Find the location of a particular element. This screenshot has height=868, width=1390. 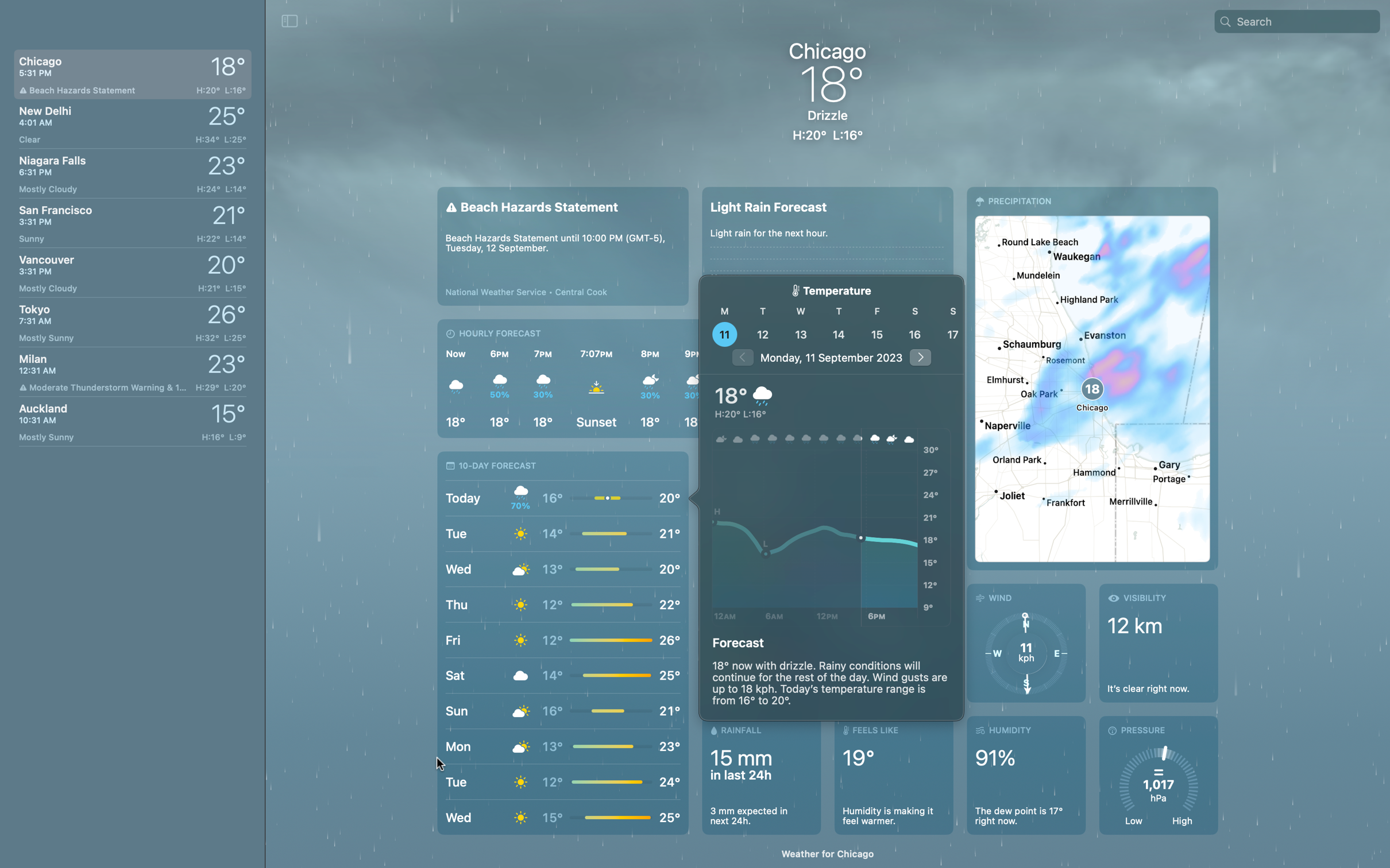

Click the date button to ascertain the weather for the 13th is located at coordinates (801, 334).